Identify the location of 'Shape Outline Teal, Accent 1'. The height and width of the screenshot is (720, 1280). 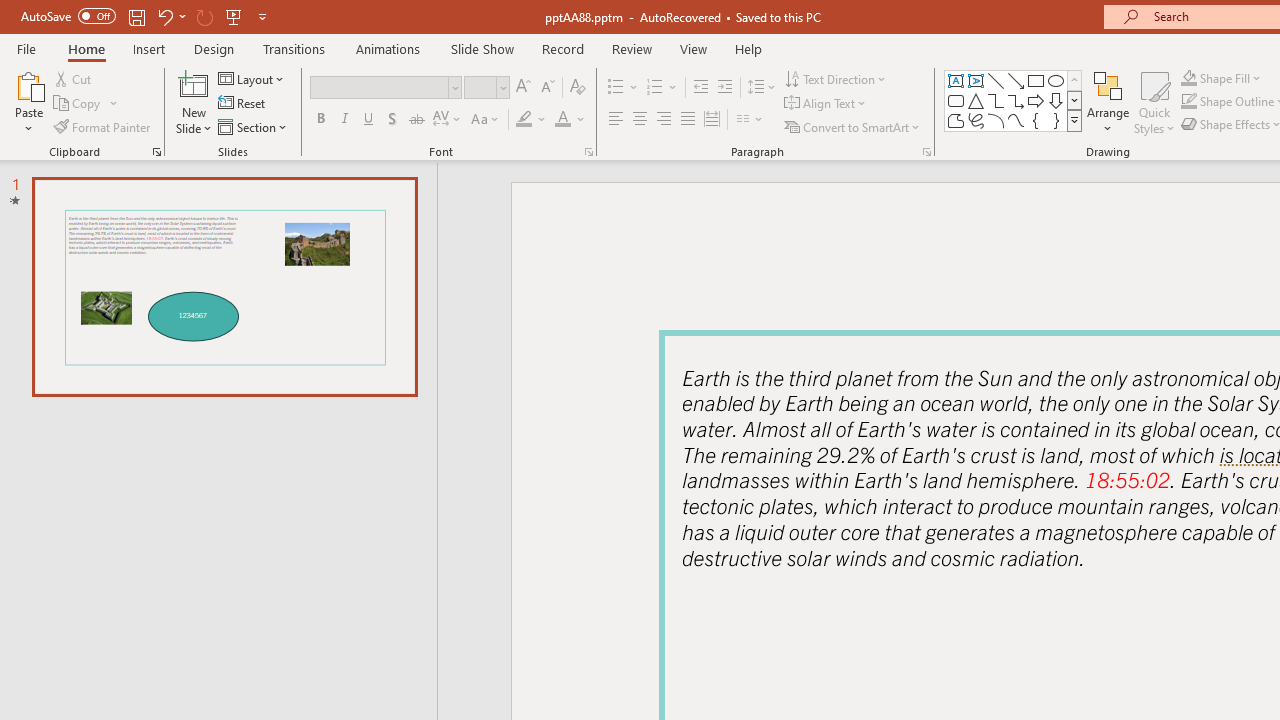
(1189, 101).